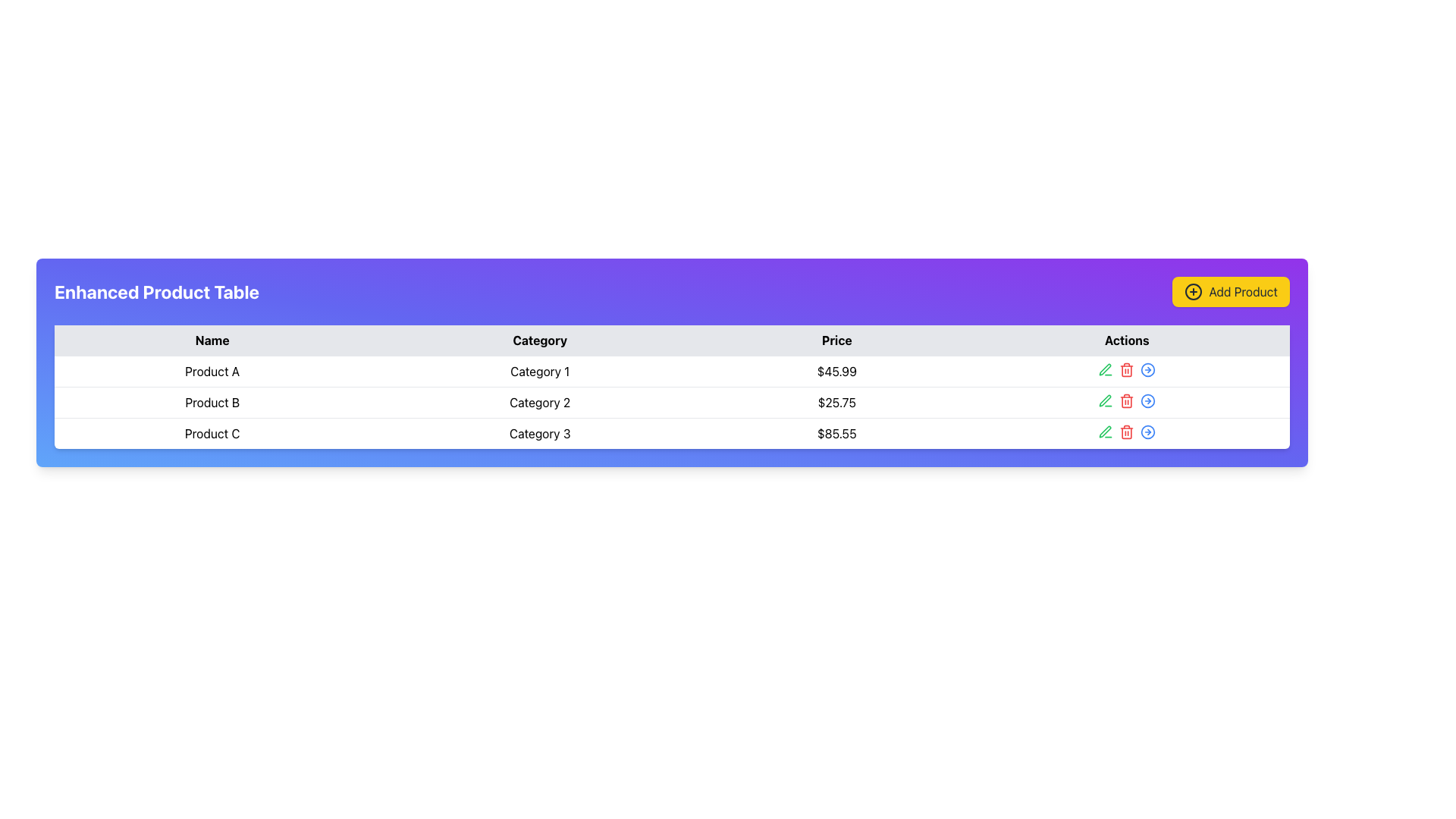  I want to click on text content of the label element that displays 'Category 1', located in the second column of the first row of a table, positioned between 'Product A' and '$45.99', so click(540, 371).